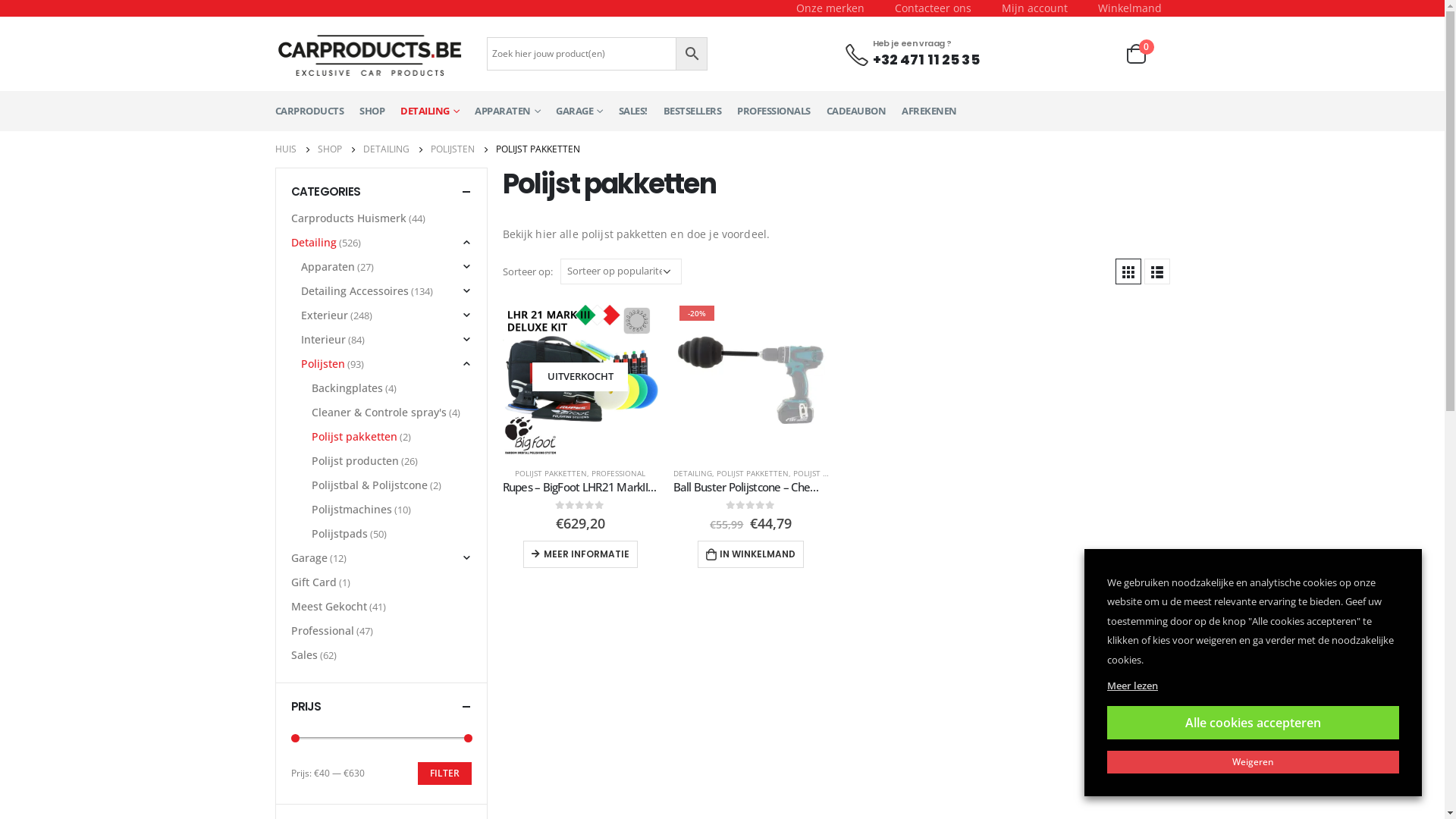 The width and height of the screenshot is (1456, 819). Describe the element at coordinates (351, 509) in the screenshot. I see `'Polijstmachines'` at that location.